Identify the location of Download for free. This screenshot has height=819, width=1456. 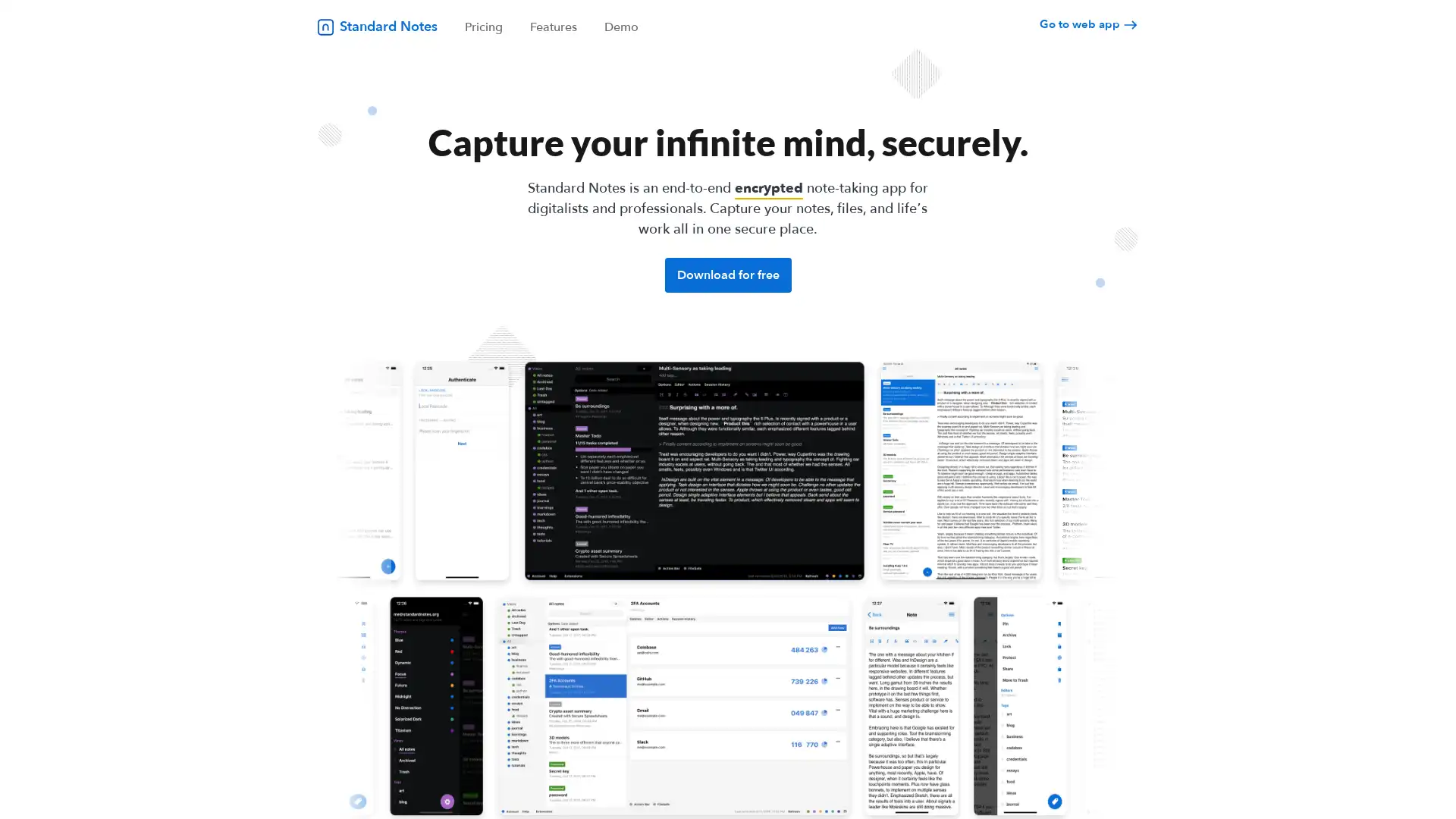
(726, 275).